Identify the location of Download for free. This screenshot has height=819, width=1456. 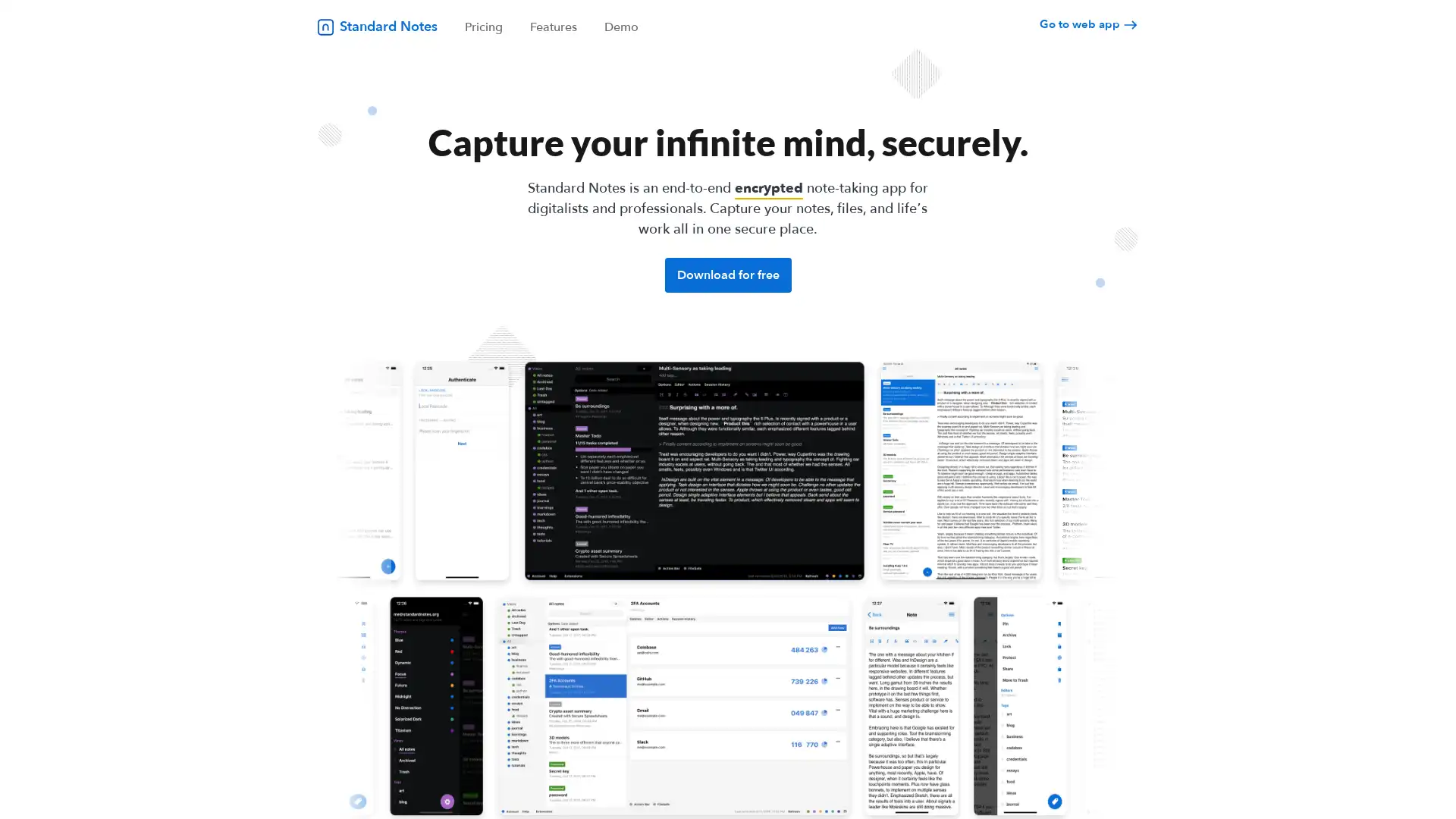
(726, 275).